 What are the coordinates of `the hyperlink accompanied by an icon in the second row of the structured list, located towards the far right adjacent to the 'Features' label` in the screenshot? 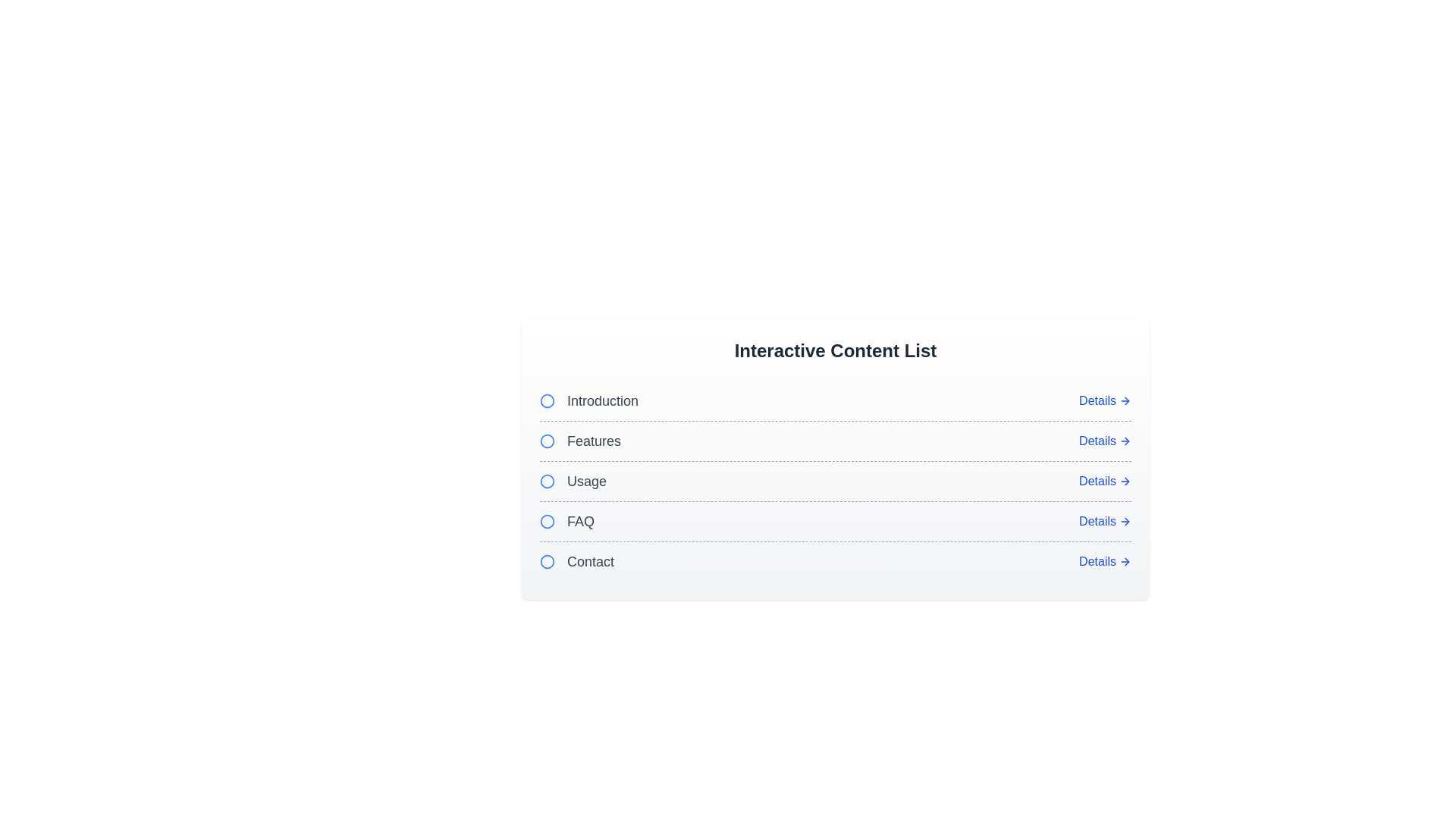 It's located at (1105, 441).